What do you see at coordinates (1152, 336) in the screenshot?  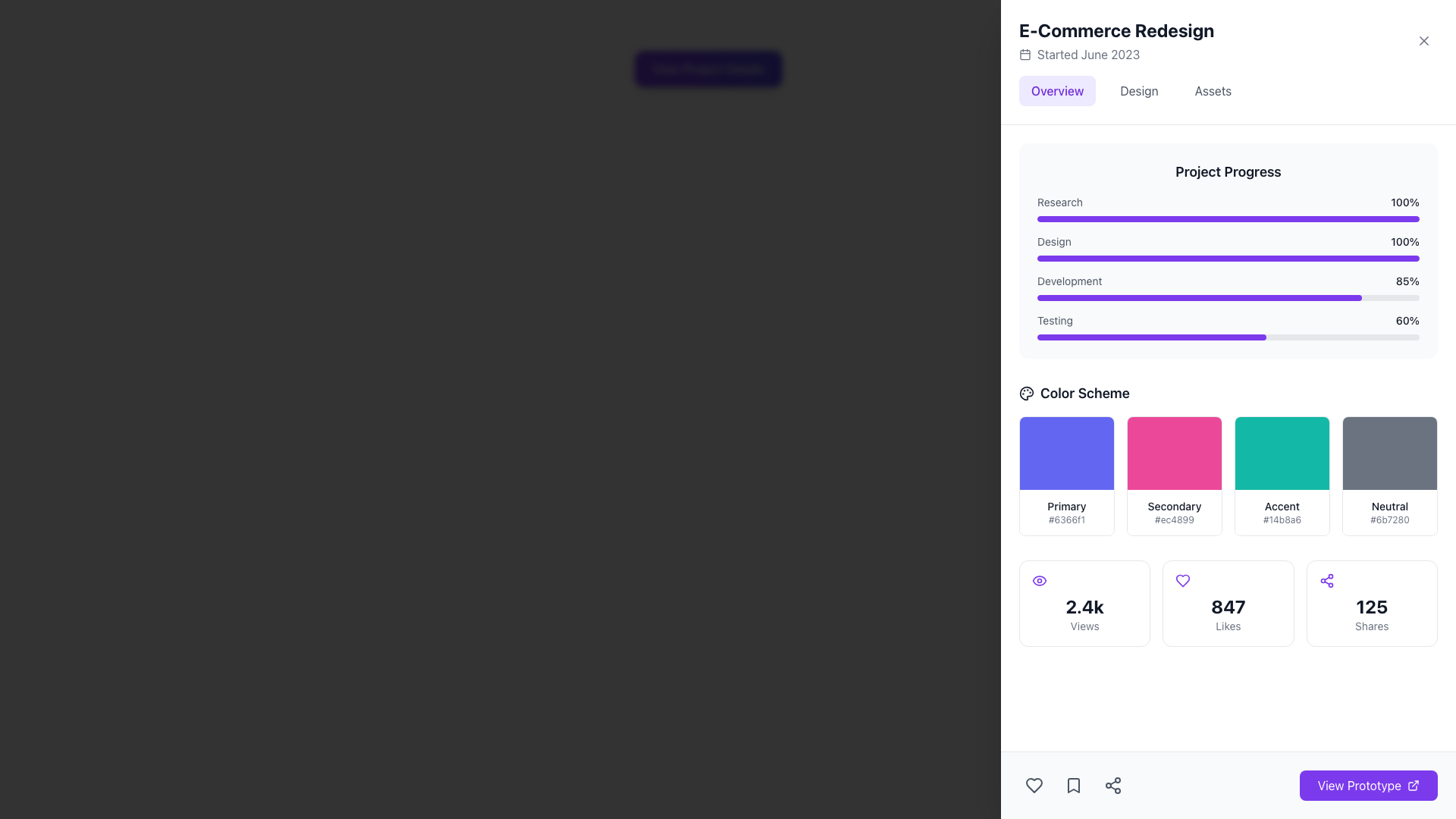 I see `the purple horizontal progress bar indicating 60% completion, located in the 'Project Progress' section under the 'Testing' label` at bounding box center [1152, 336].